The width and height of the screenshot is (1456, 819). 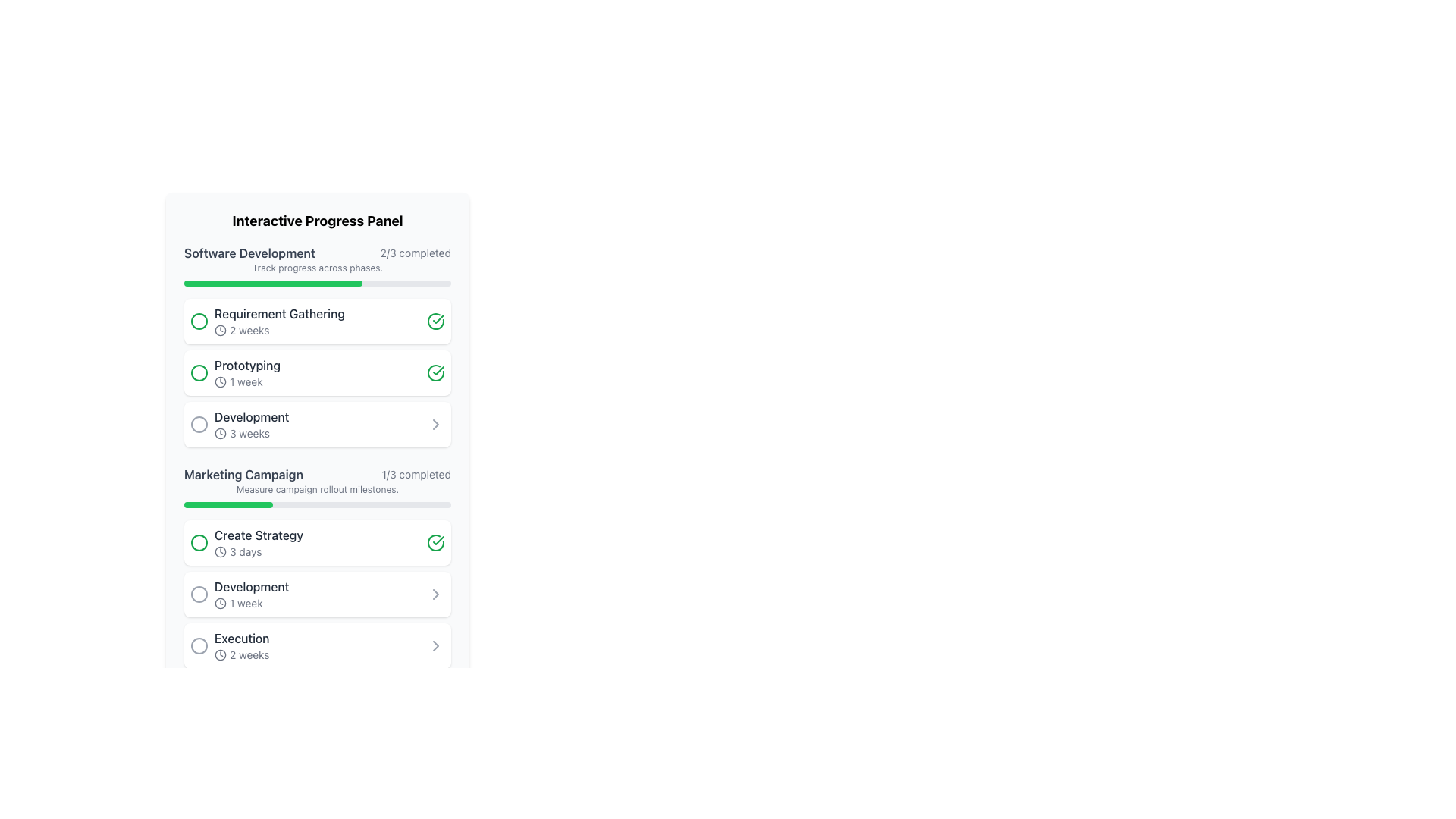 I want to click on text content from the Text Label with Icon located beneath the 'Prototyping' task label in the Software Development section, so click(x=247, y=381).